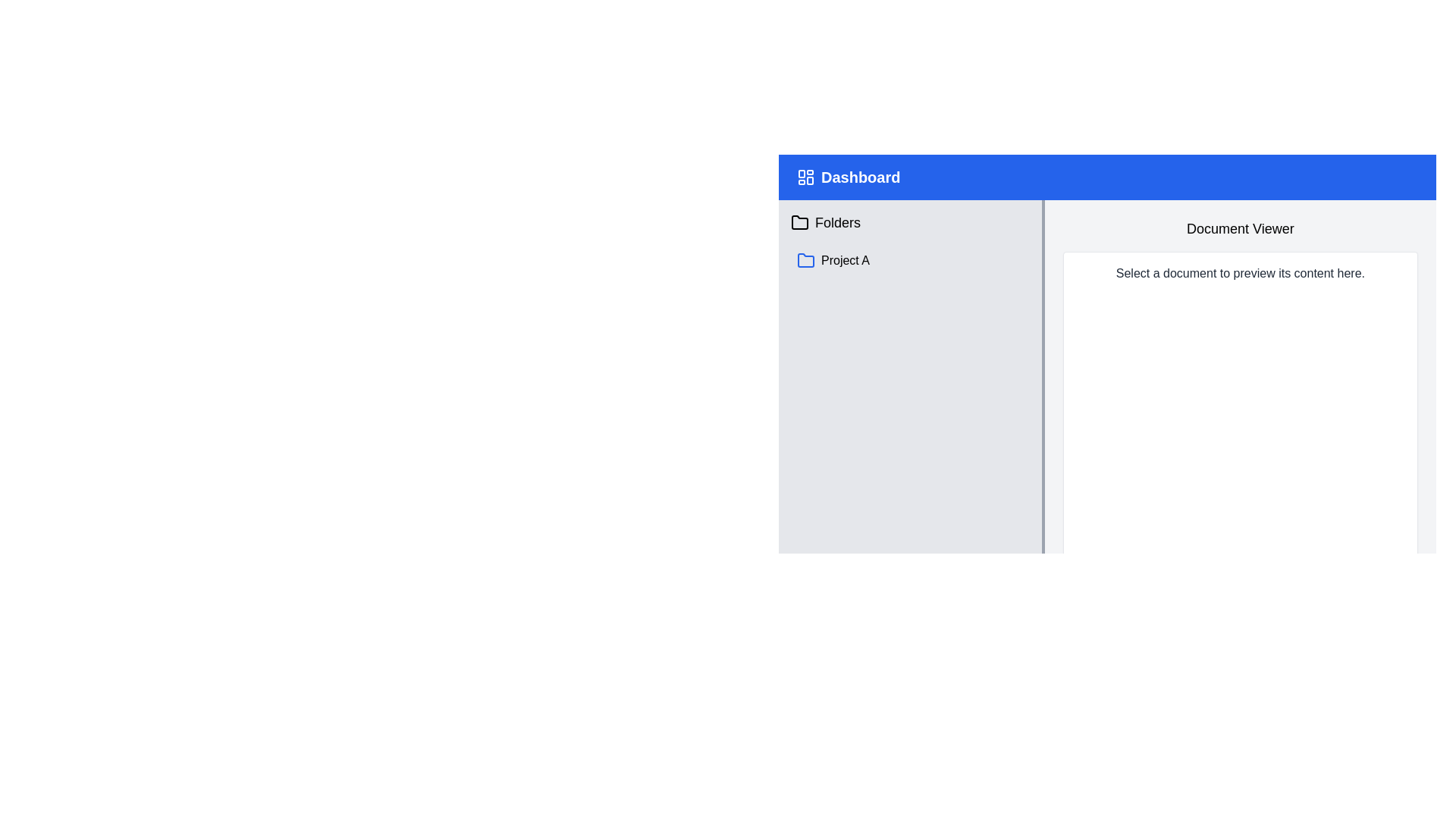 The width and height of the screenshot is (1456, 819). What do you see at coordinates (809, 180) in the screenshot?
I see `the bottom-right rectangle of the 2x2 grid arrangement in the navigation icon located in the blue header bar next to the 'Dashboard' text` at bounding box center [809, 180].